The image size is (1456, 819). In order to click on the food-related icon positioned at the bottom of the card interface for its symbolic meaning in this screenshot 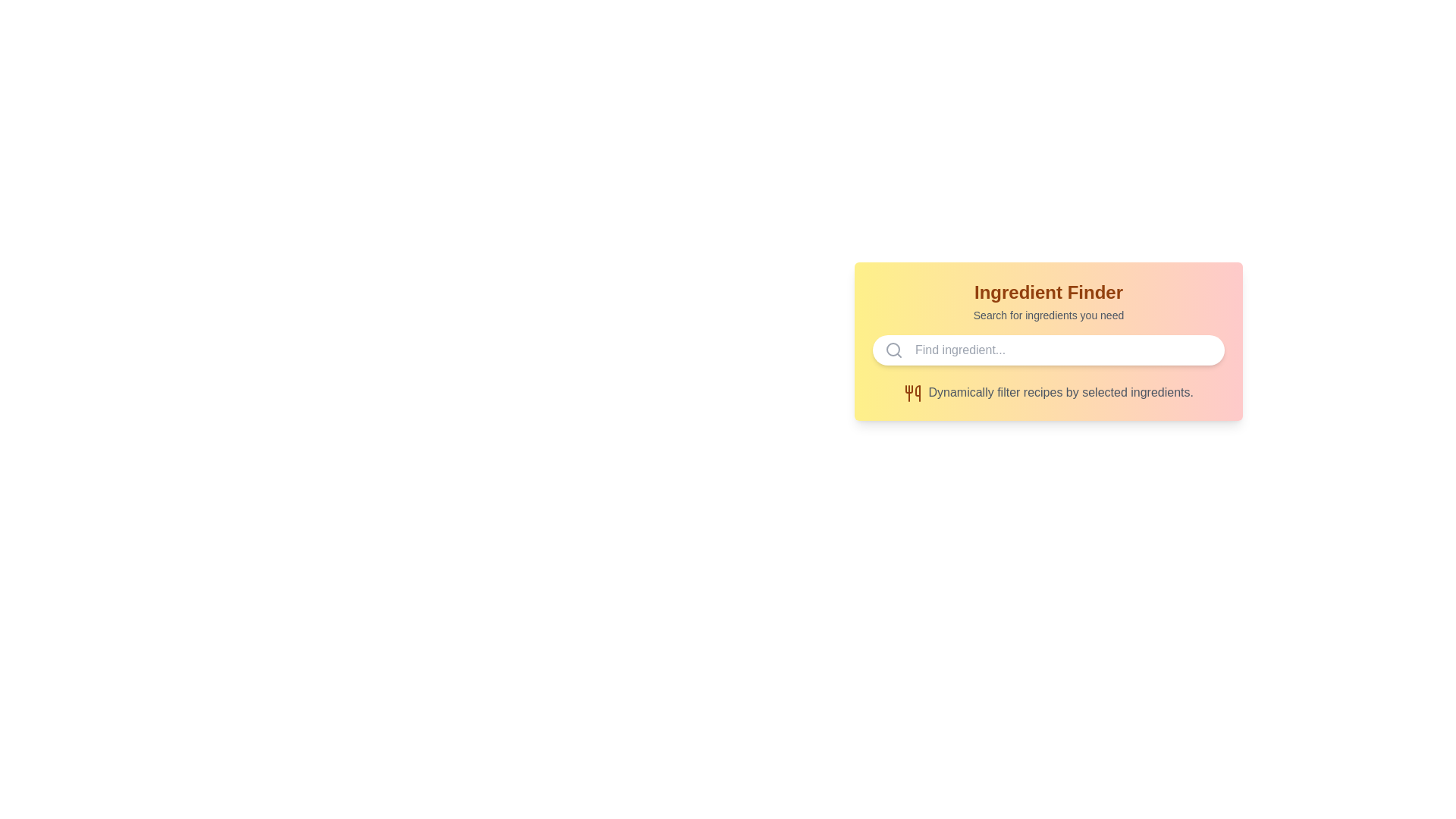, I will do `click(912, 392)`.